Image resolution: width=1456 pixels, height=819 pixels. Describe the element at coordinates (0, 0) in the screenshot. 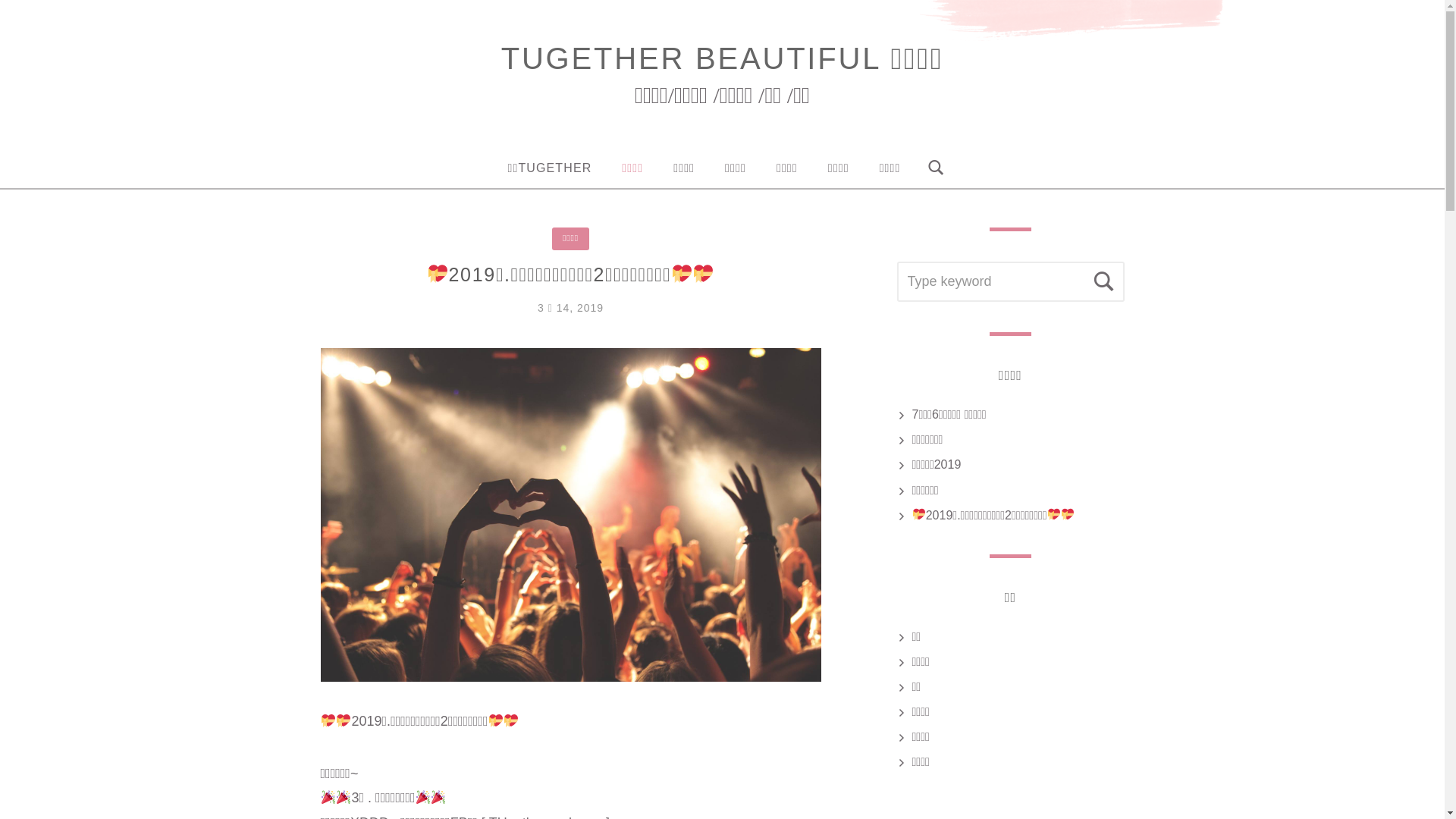

I see `'Skip to content'` at that location.